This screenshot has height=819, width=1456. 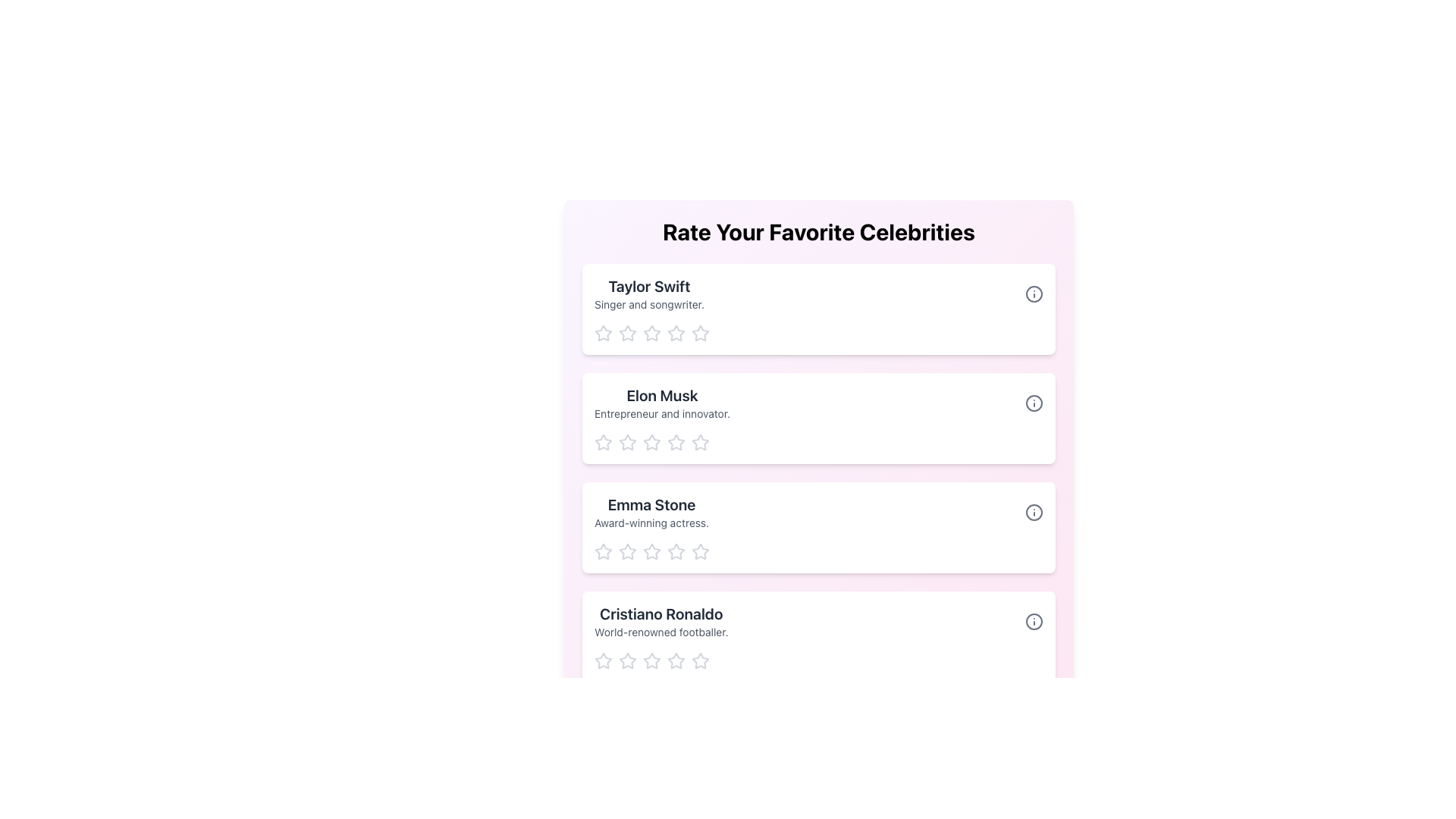 I want to click on the second star in the rating section for 'Taylor Swift - Singer and songwriter' to provide a rating, so click(x=676, y=332).